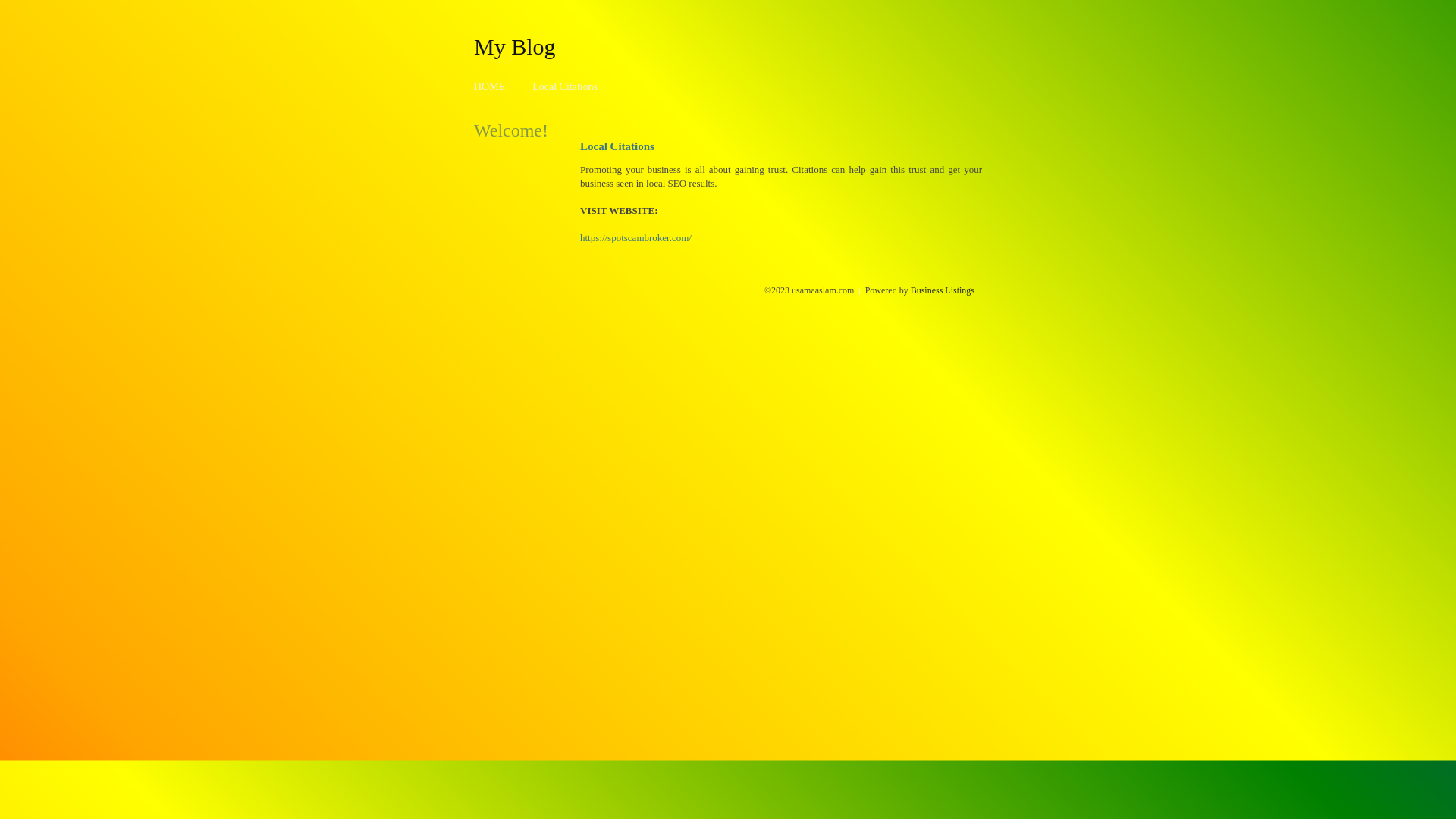 Image resolution: width=1456 pixels, height=819 pixels. What do you see at coordinates (489, 86) in the screenshot?
I see `'HOME'` at bounding box center [489, 86].